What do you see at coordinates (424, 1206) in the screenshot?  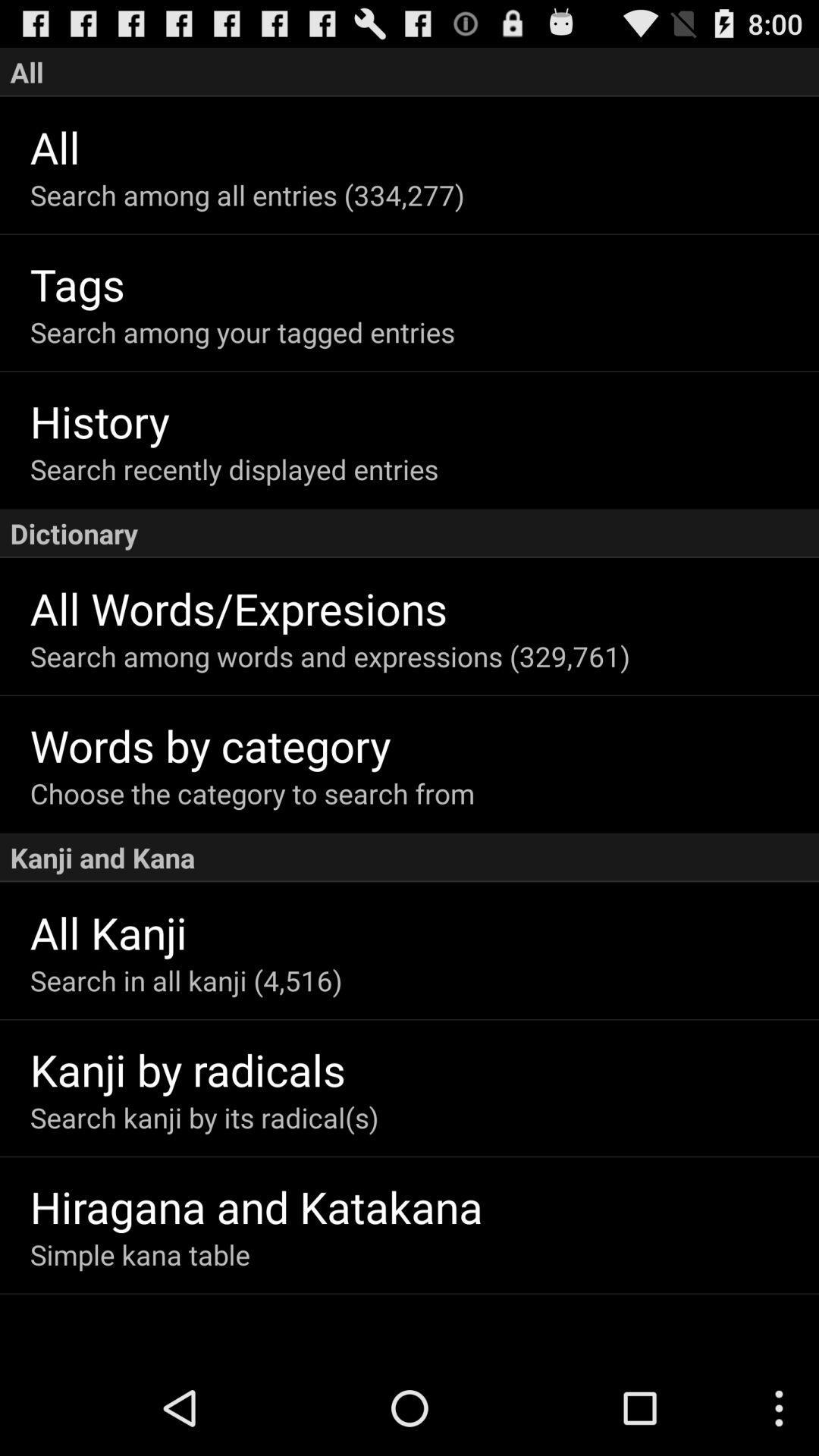 I see `item below the search kanji by` at bounding box center [424, 1206].